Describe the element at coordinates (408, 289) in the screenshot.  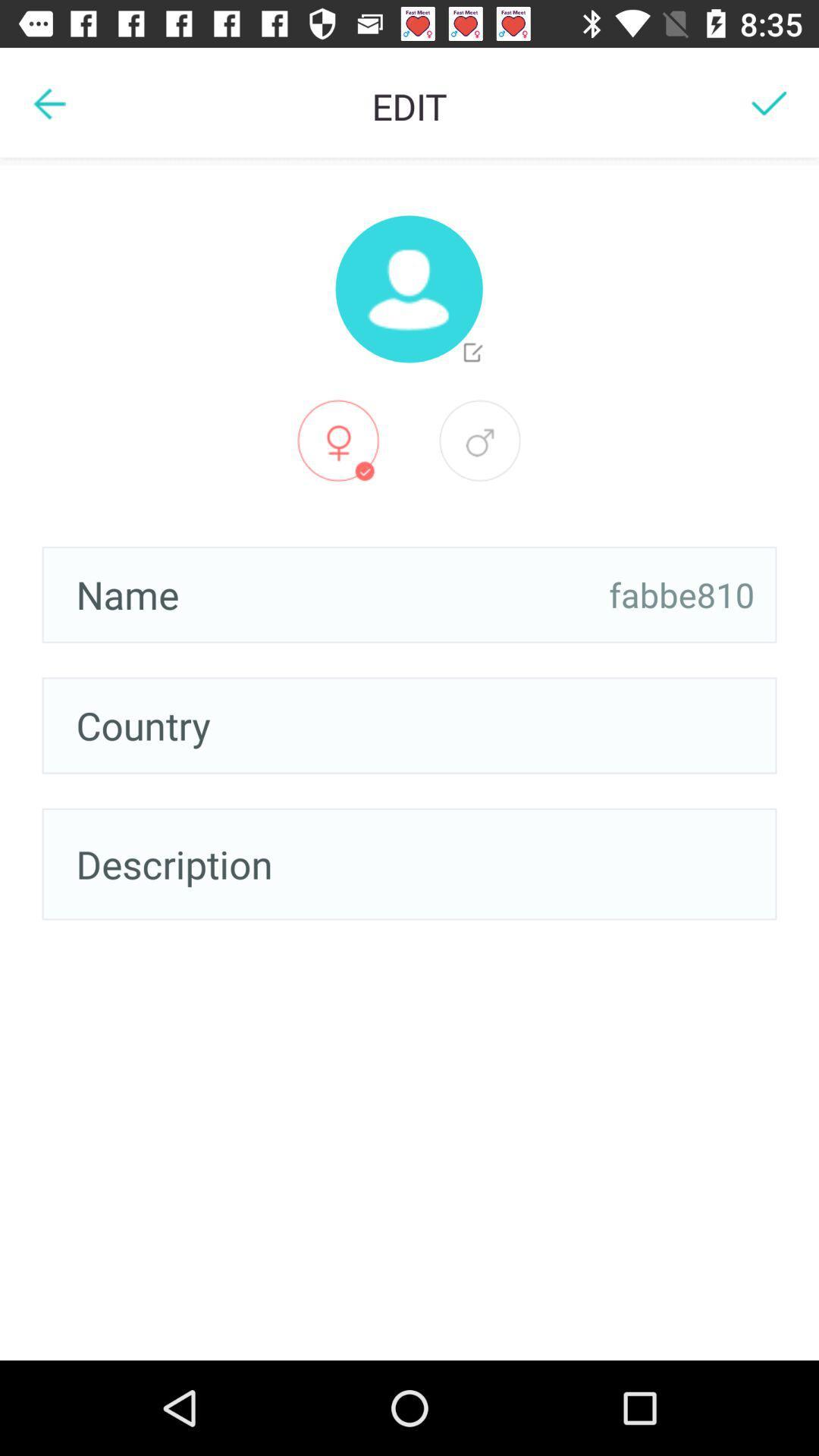
I see `profile picture` at that location.